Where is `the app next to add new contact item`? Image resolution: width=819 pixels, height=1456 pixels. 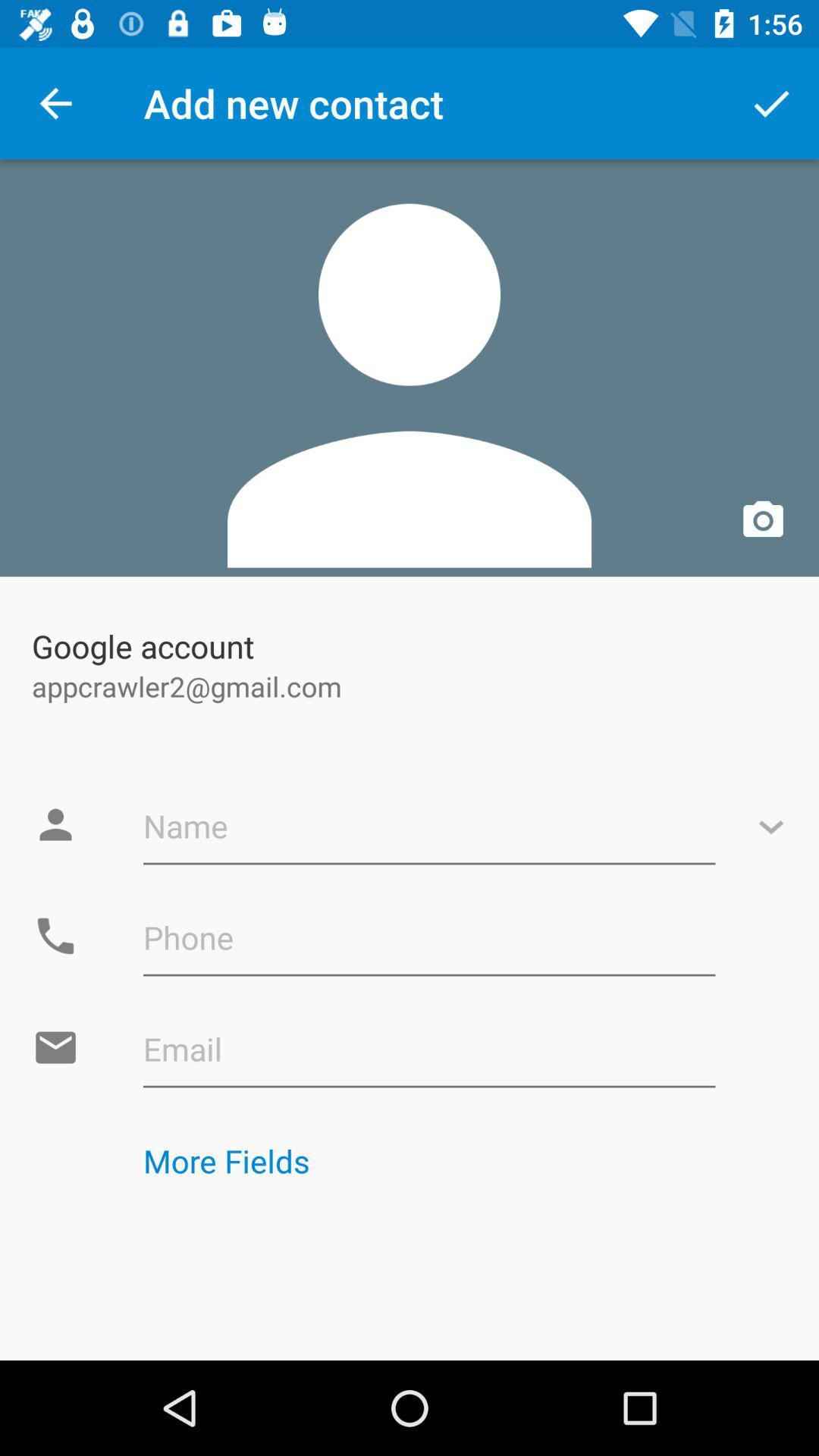
the app next to add new contact item is located at coordinates (771, 102).